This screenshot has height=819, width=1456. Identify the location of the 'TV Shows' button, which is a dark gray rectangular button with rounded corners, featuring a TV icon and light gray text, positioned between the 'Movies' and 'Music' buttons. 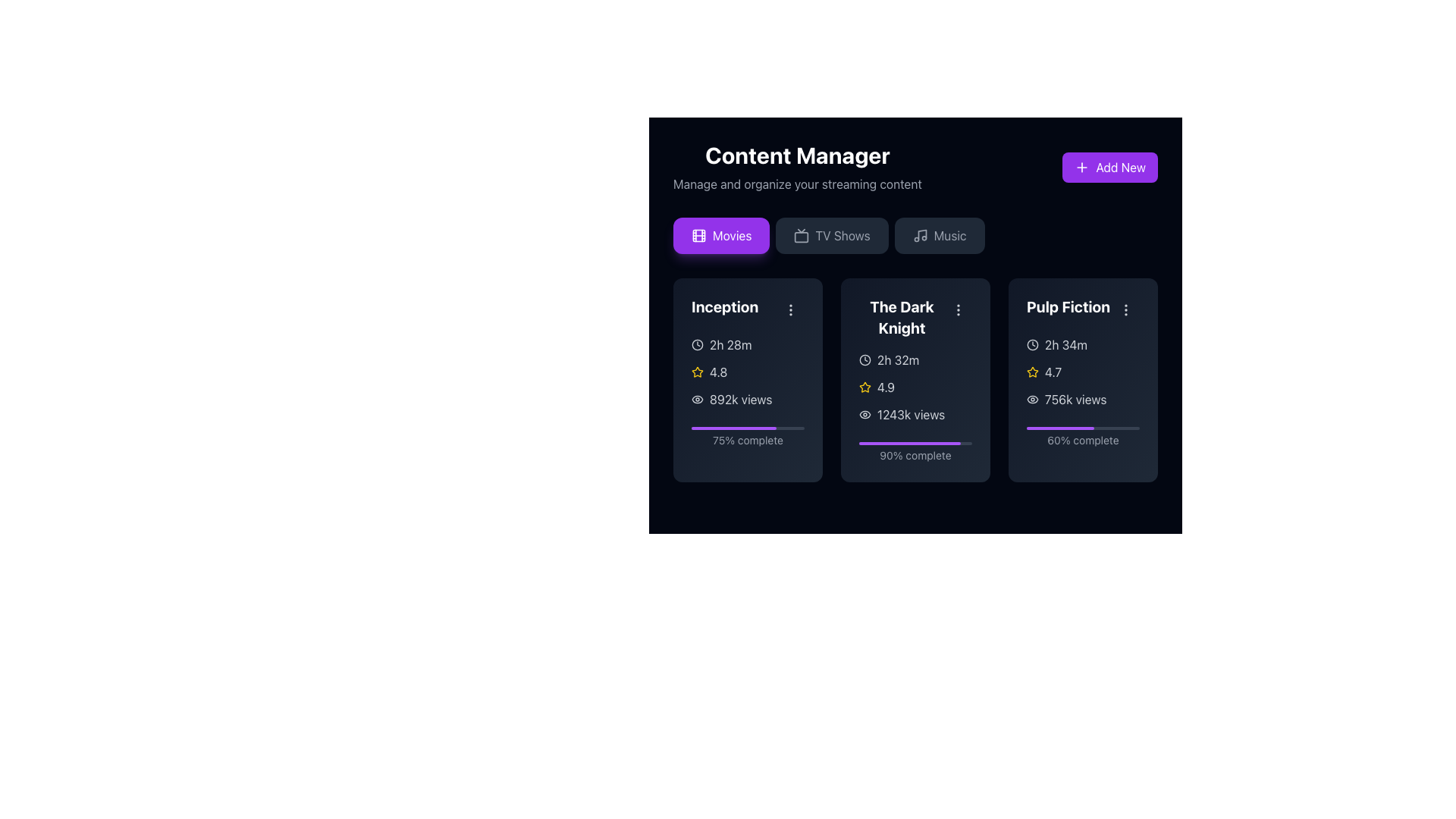
(831, 236).